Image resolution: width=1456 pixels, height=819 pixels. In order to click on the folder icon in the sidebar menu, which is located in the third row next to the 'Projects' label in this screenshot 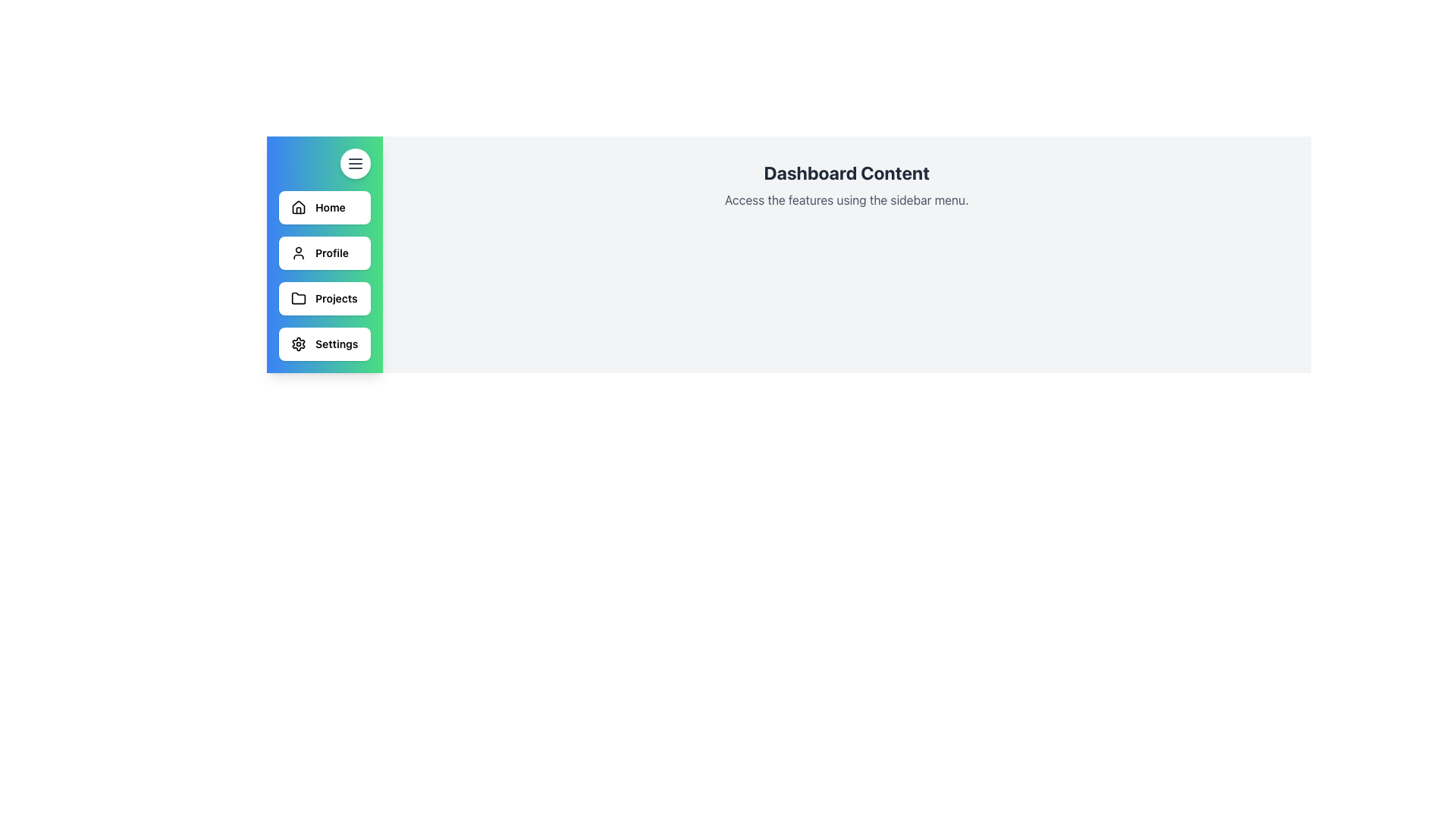, I will do `click(298, 298)`.